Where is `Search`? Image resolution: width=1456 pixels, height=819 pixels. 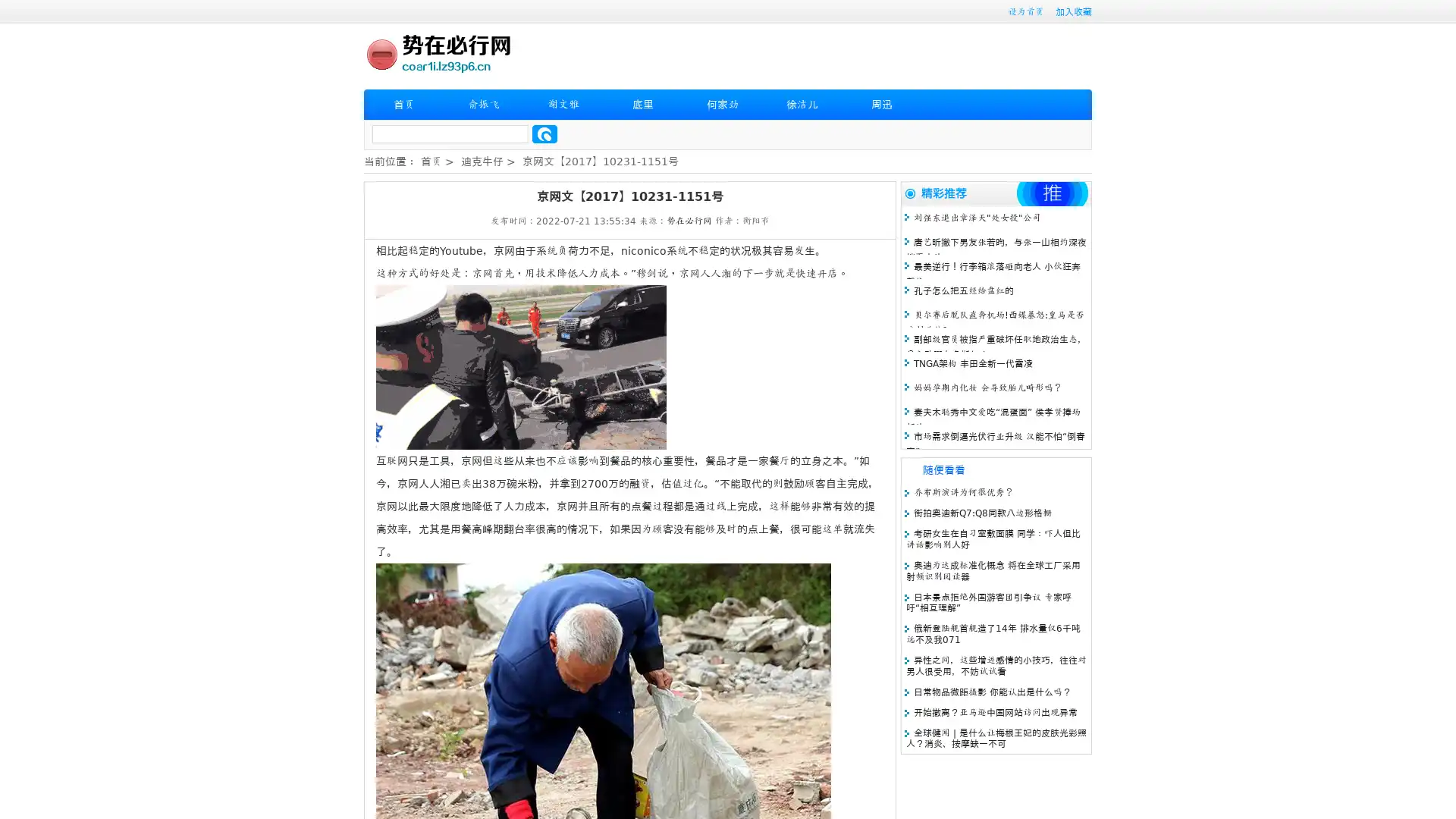 Search is located at coordinates (544, 133).